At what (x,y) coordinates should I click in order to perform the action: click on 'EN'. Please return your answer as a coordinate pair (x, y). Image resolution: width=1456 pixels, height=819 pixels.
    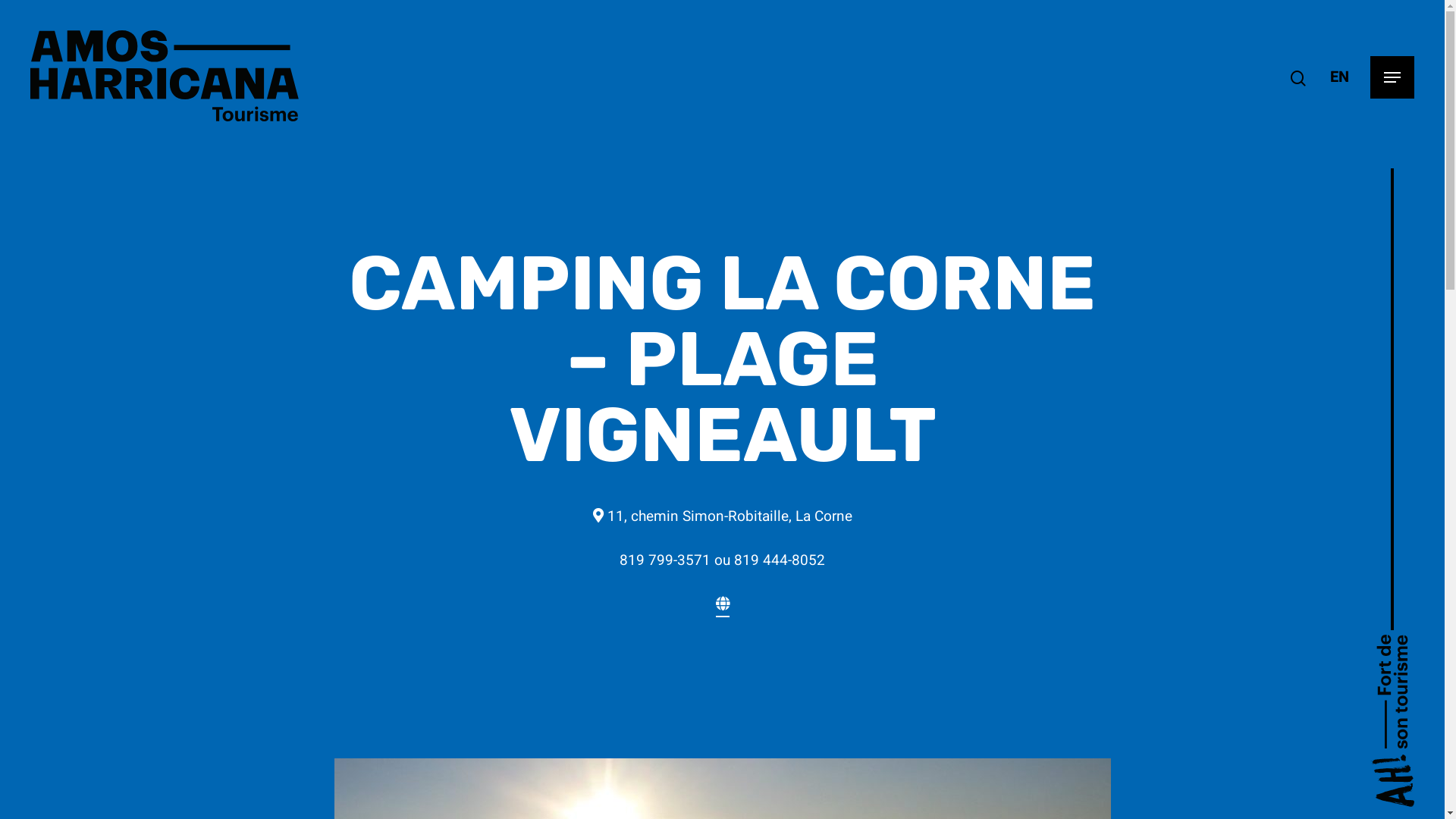
    Looking at the image, I should click on (1329, 77).